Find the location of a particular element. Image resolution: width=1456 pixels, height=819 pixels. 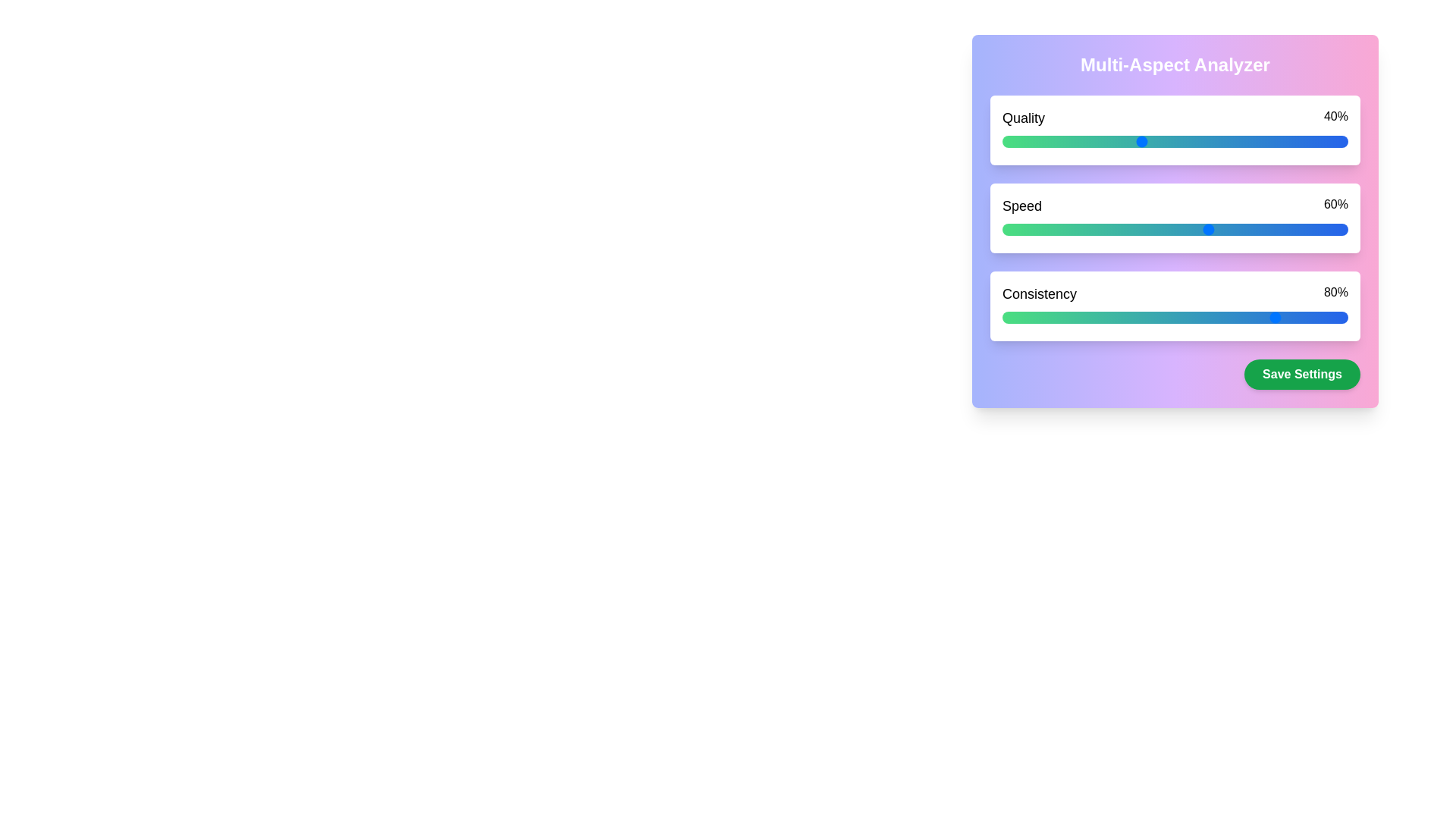

the static text label displaying '80%' that is aligned to the right of the 'Consistency' label, located at the bottom section of the form is located at coordinates (1335, 294).